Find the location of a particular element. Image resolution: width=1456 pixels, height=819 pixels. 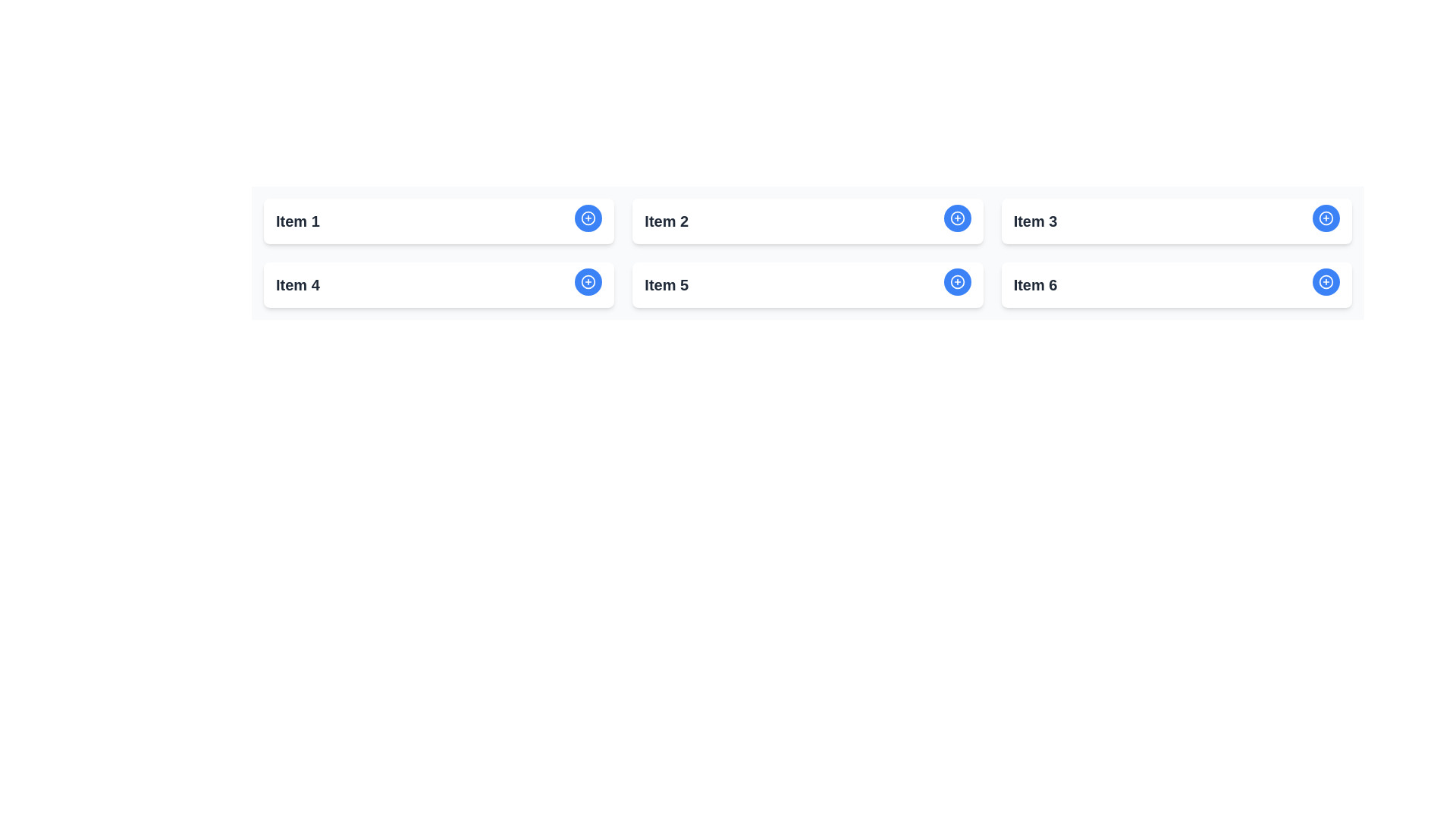

the text within the fourth card in the grid layout, located in the second row below the first item is located at coordinates (438, 284).